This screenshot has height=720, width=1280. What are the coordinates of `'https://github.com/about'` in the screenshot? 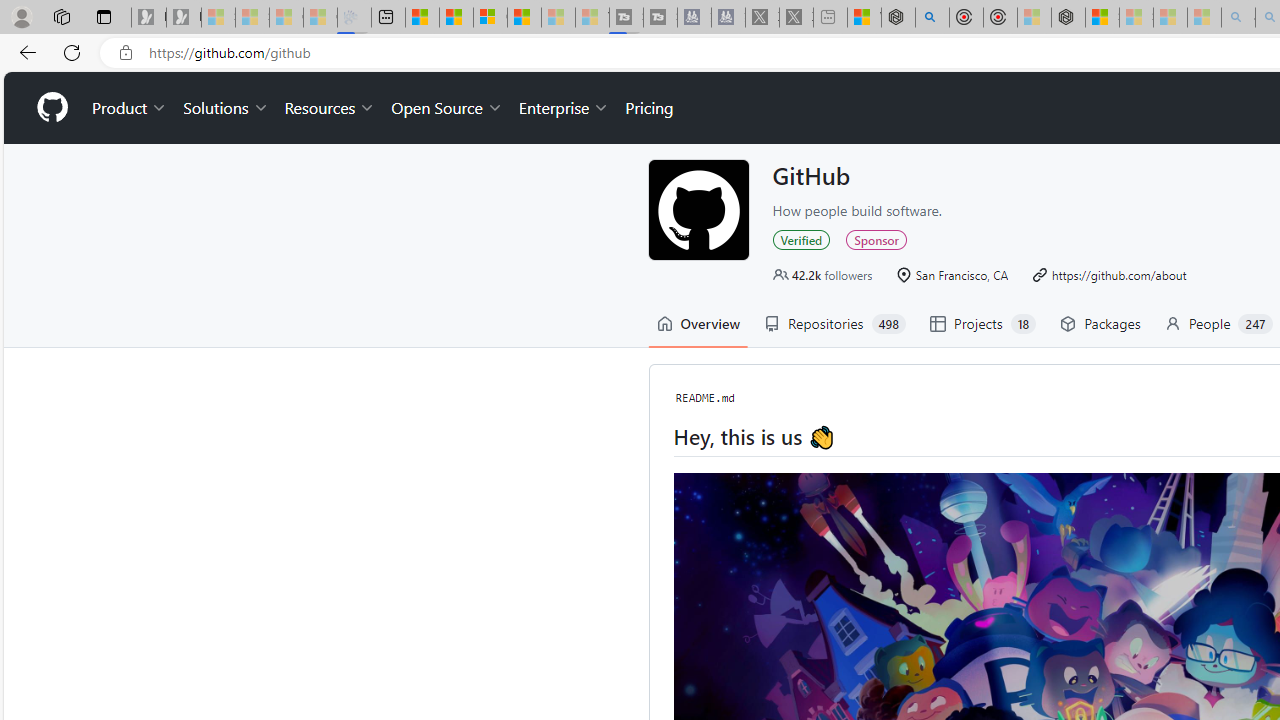 It's located at (1108, 274).